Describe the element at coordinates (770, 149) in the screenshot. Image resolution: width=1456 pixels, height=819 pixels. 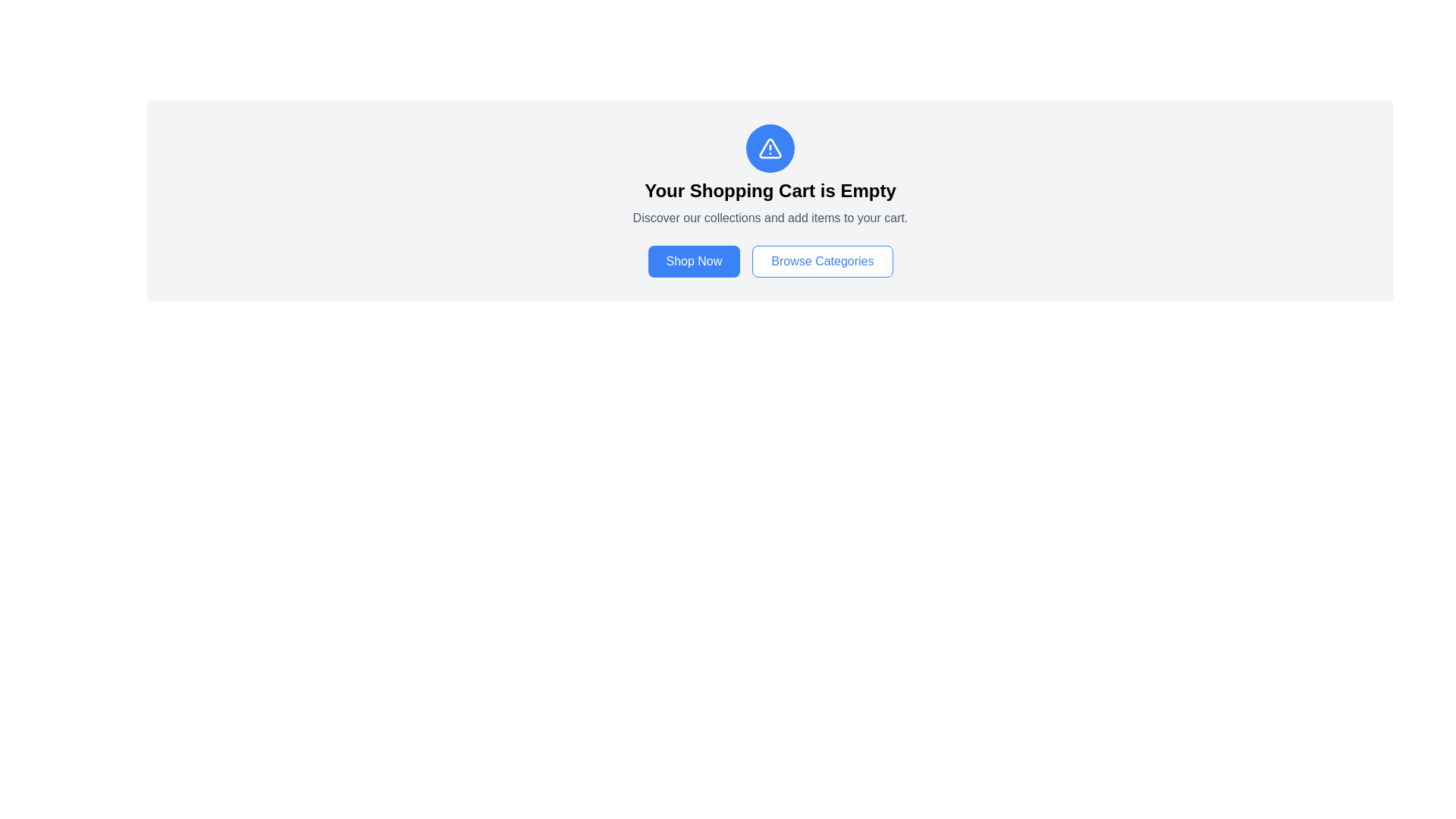
I see `the alert icon located at the center of the blue circular area above the 'Your Shopping Cart is Empty' text` at that location.